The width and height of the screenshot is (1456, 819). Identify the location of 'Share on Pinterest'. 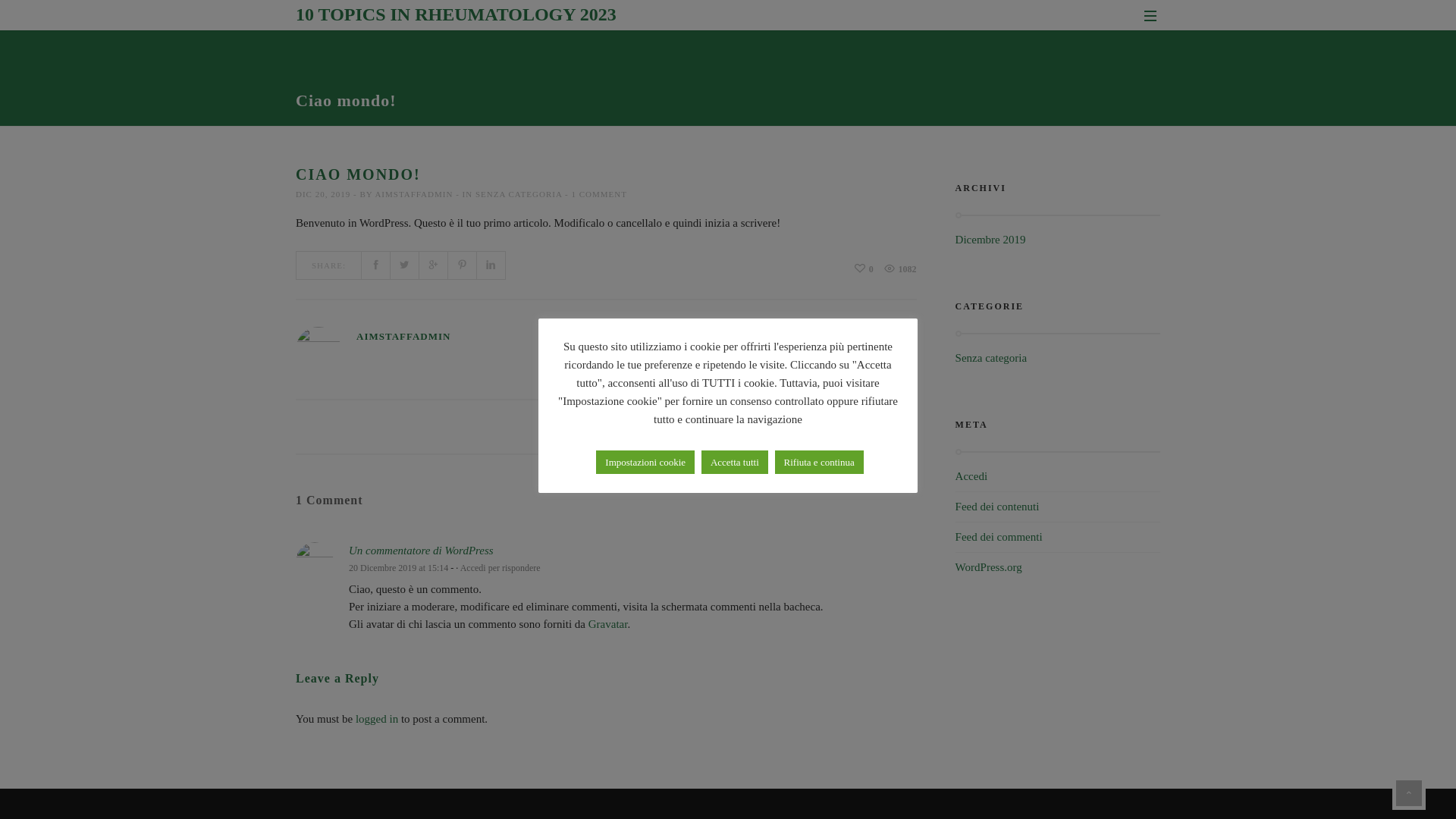
(461, 265).